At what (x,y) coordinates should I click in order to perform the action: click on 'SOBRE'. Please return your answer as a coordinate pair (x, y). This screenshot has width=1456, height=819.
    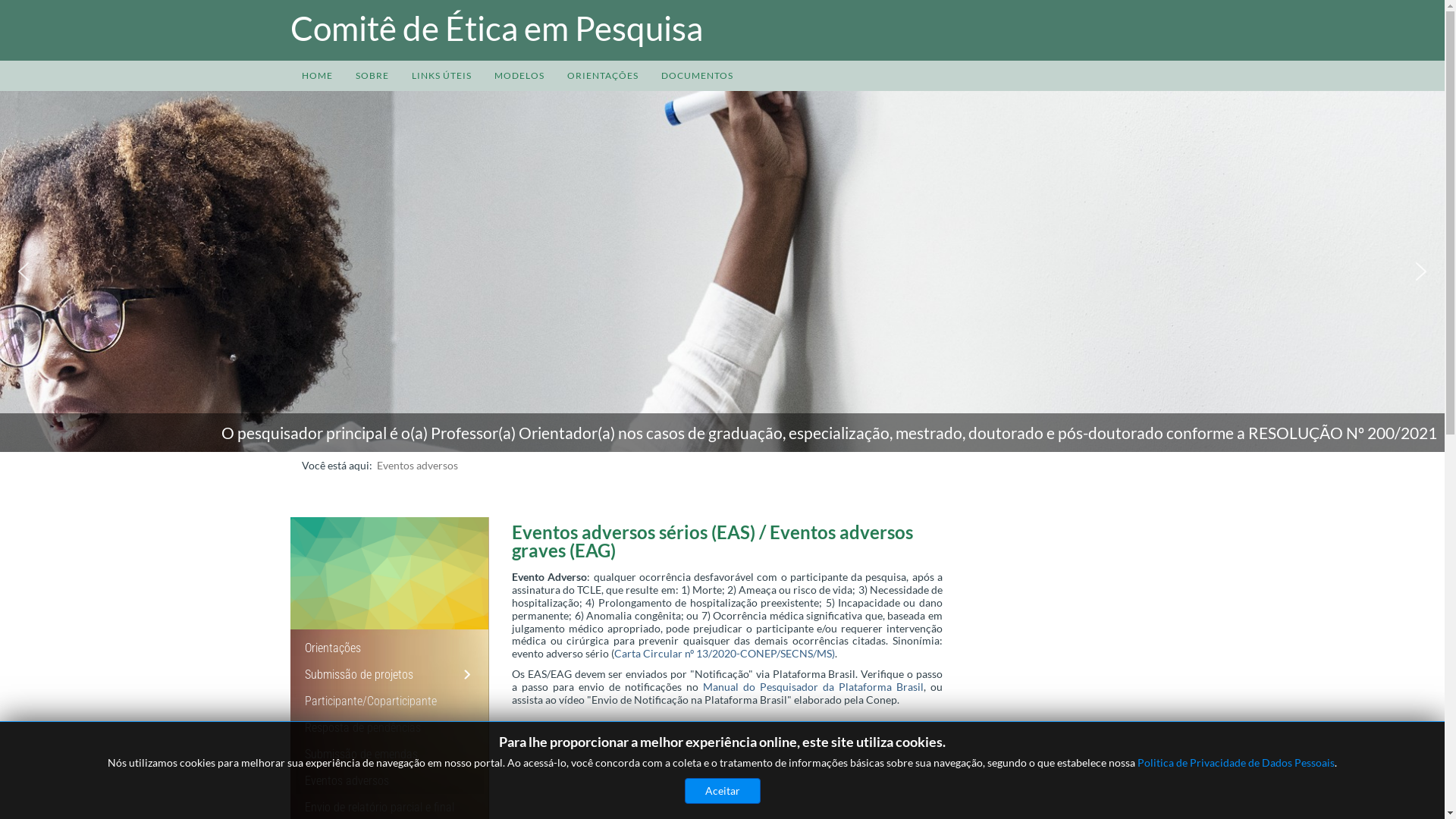
    Looking at the image, I should click on (344, 76).